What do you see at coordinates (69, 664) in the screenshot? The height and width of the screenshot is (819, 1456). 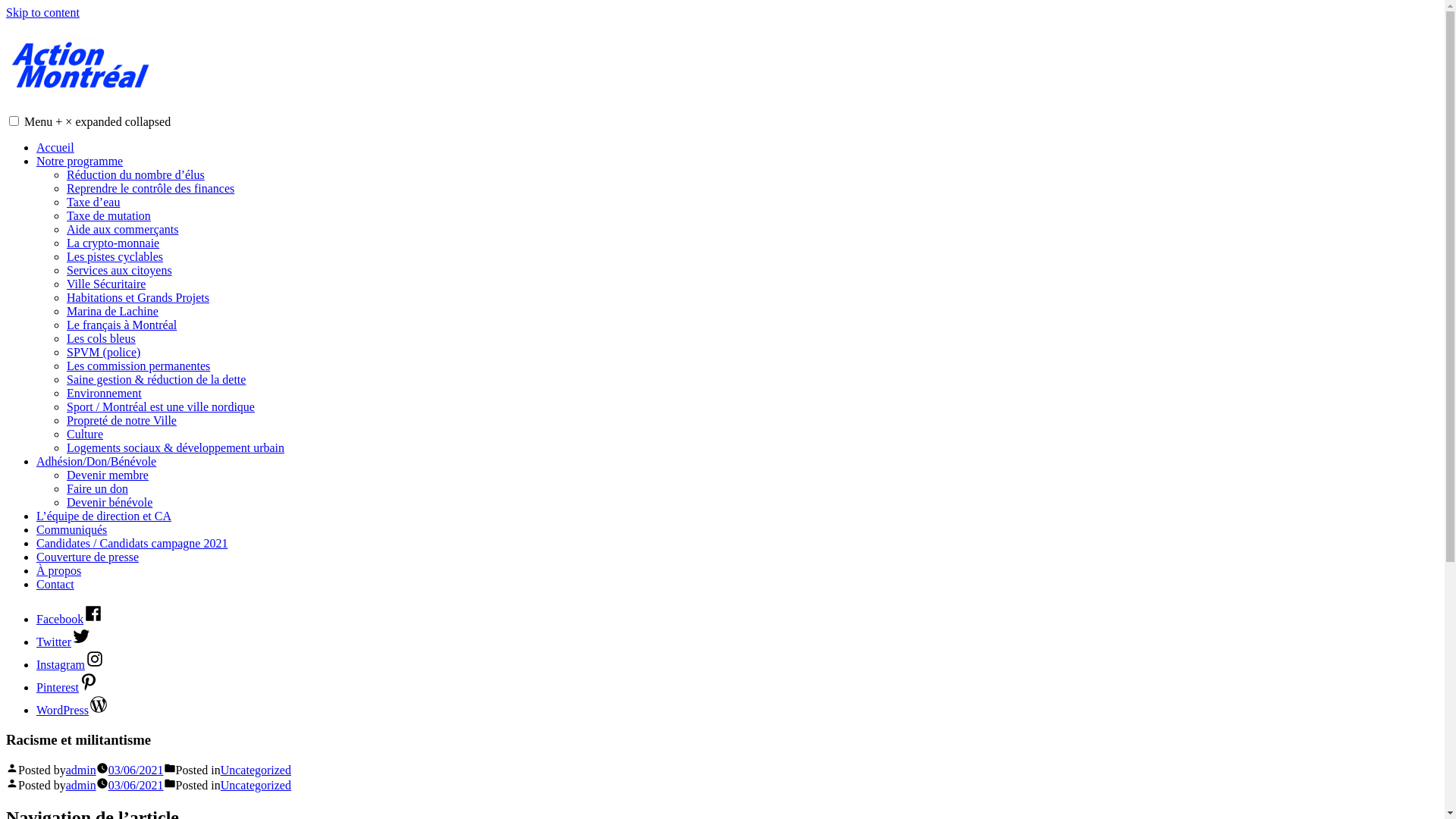 I see `'Instagram'` at bounding box center [69, 664].